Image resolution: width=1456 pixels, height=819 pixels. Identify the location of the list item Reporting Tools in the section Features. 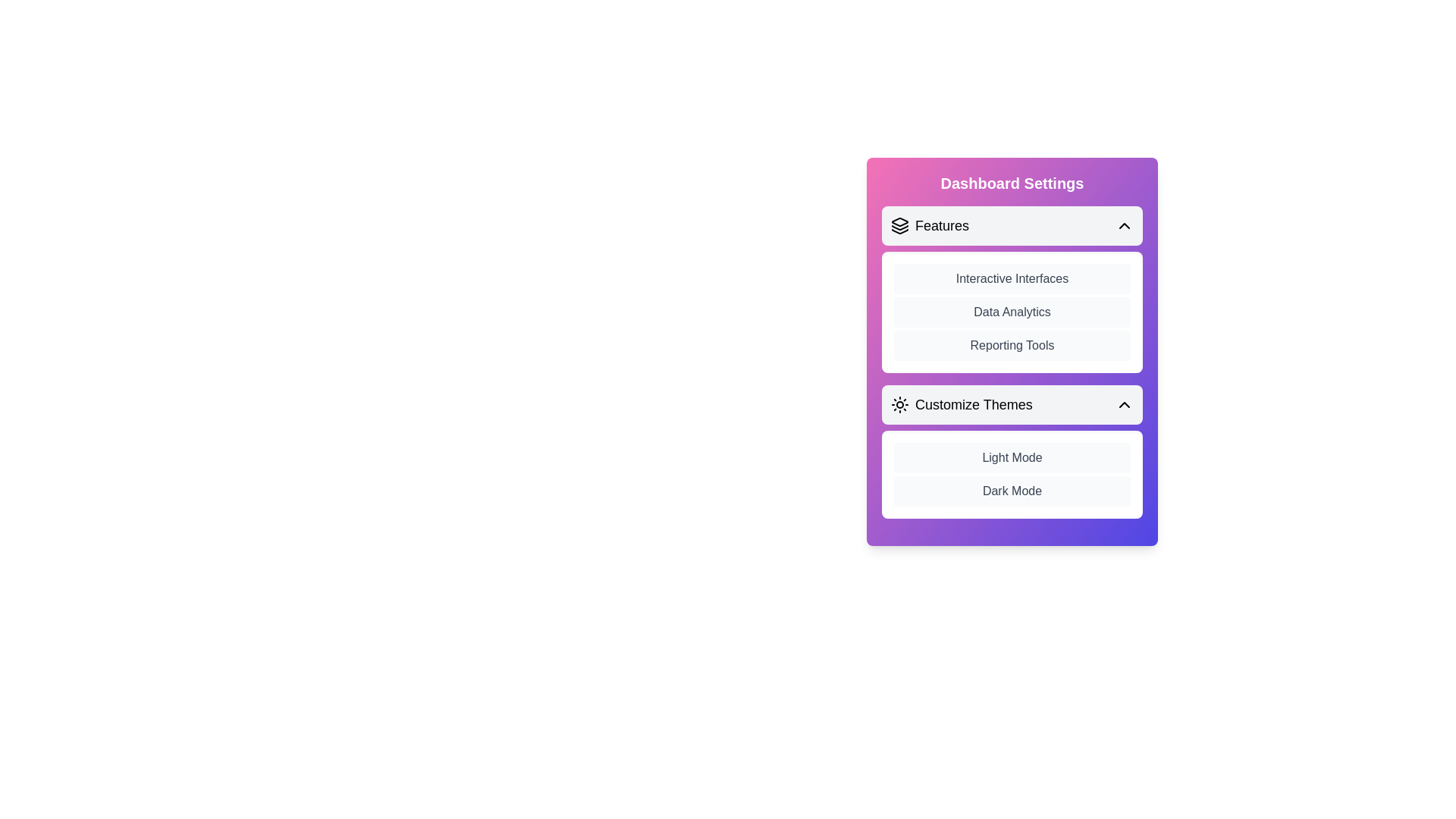
(1012, 345).